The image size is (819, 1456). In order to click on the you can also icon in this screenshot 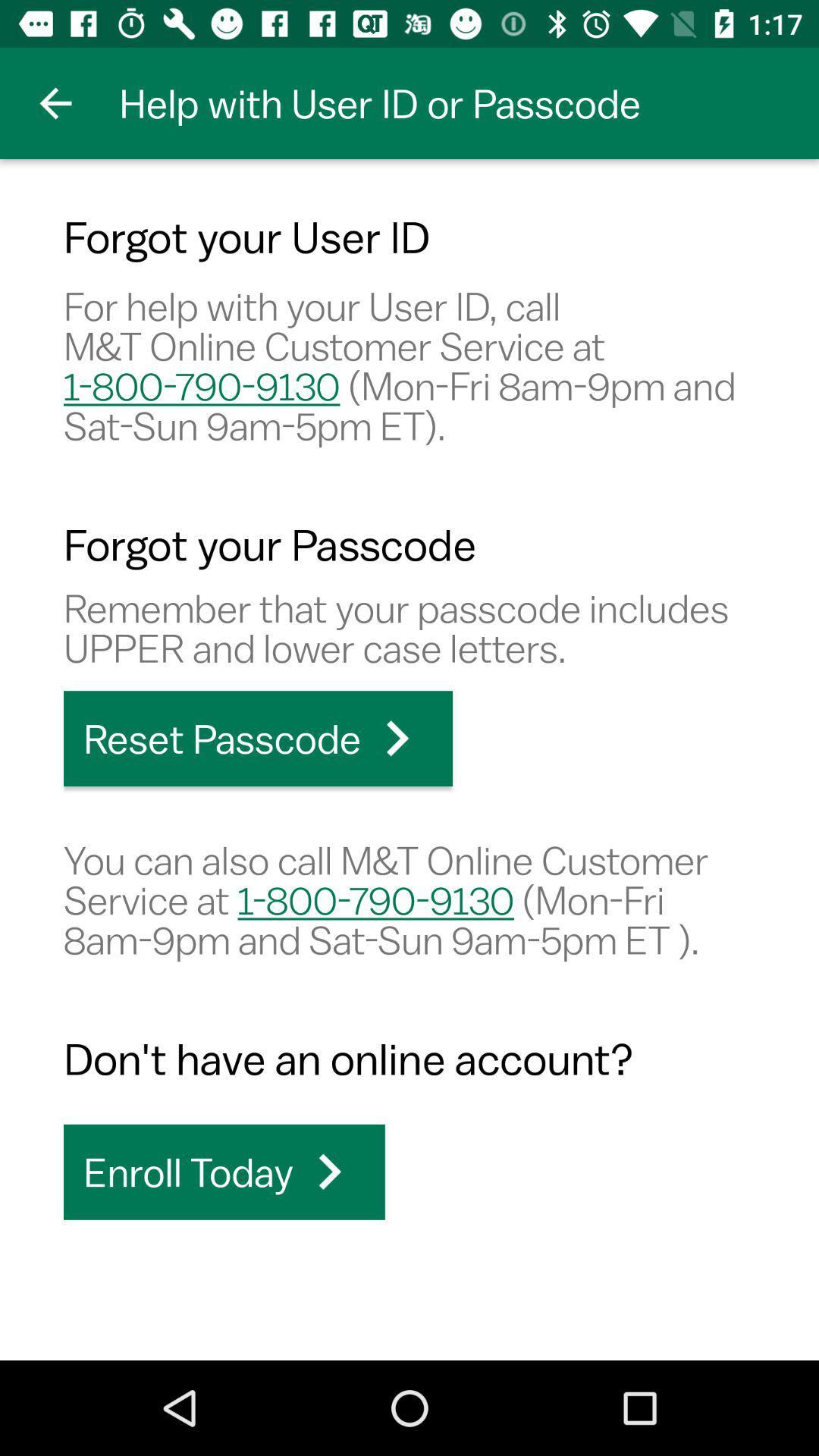, I will do `click(409, 899)`.